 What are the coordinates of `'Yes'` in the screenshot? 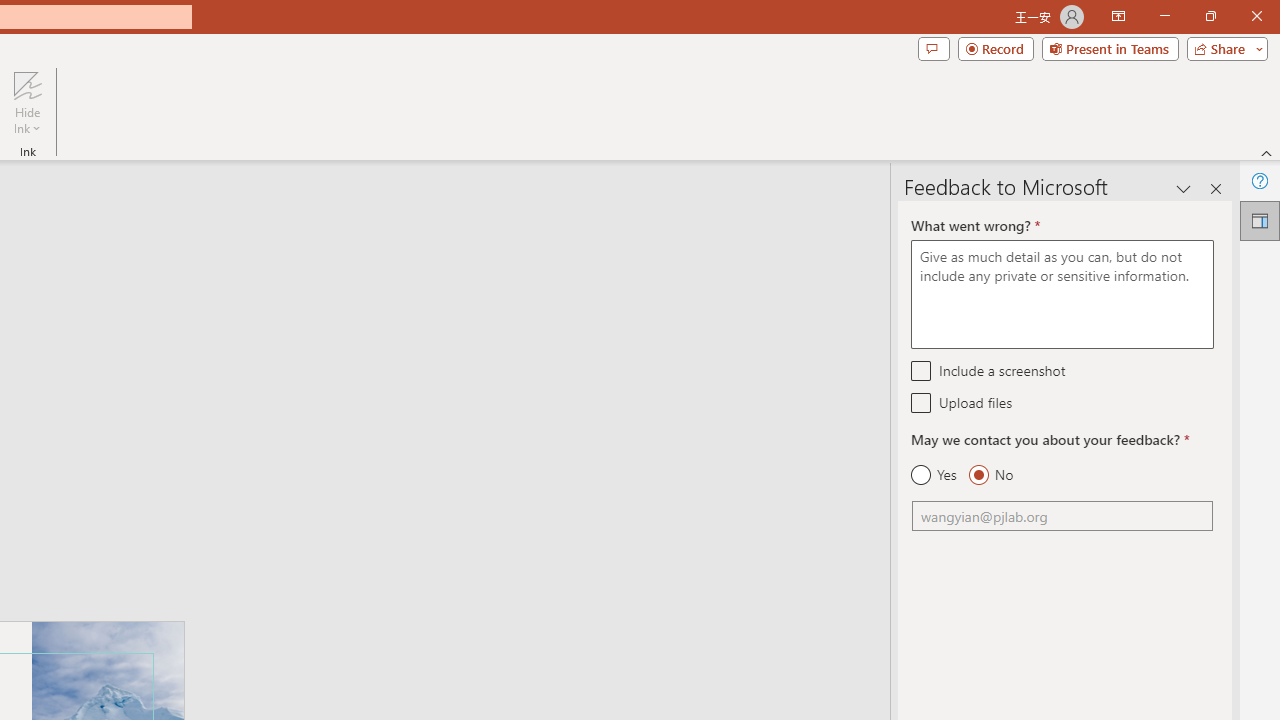 It's located at (933, 475).